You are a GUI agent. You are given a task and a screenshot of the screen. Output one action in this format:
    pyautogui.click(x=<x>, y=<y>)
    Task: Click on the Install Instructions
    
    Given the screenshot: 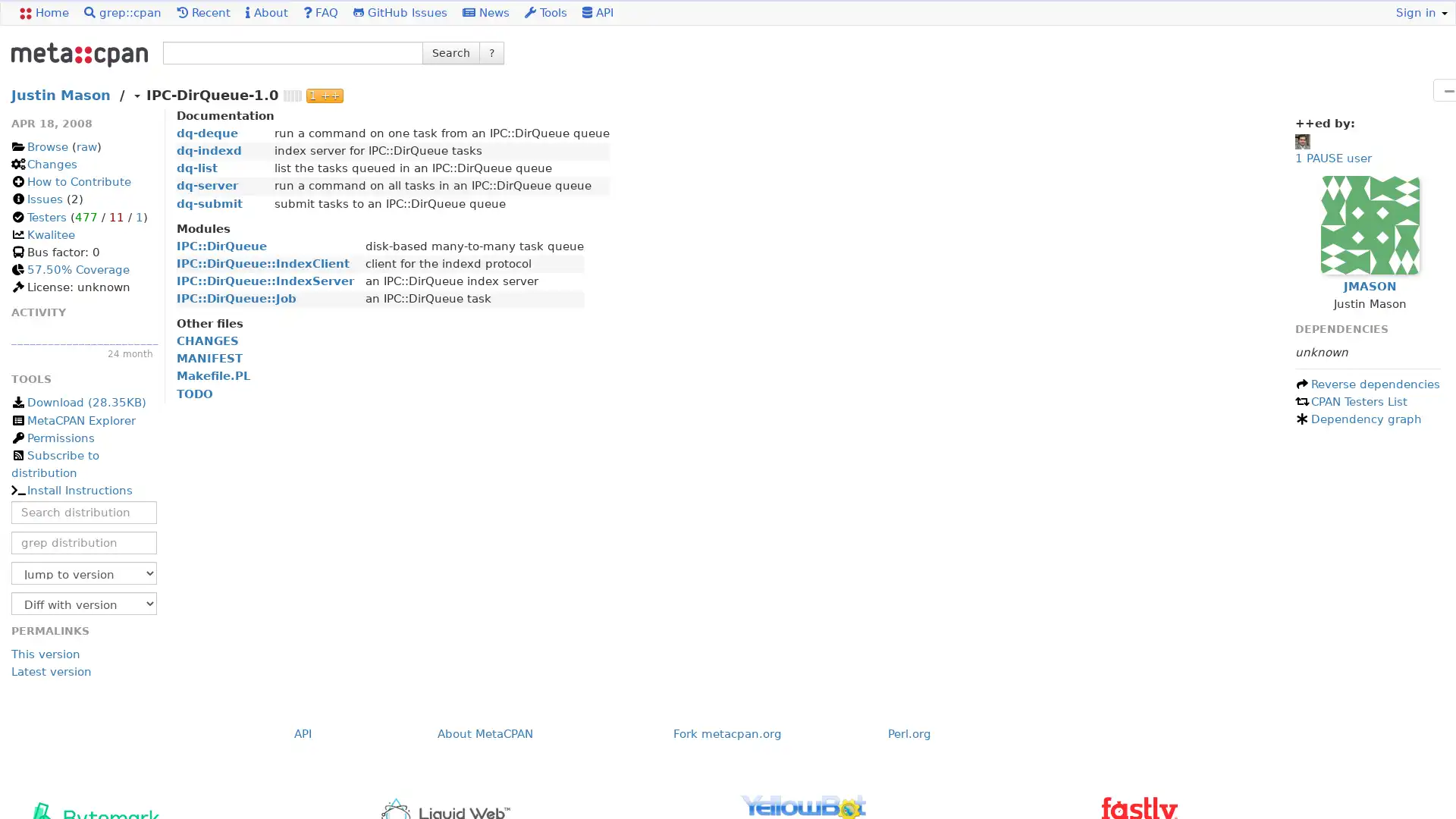 What is the action you would take?
    pyautogui.click(x=71, y=491)
    